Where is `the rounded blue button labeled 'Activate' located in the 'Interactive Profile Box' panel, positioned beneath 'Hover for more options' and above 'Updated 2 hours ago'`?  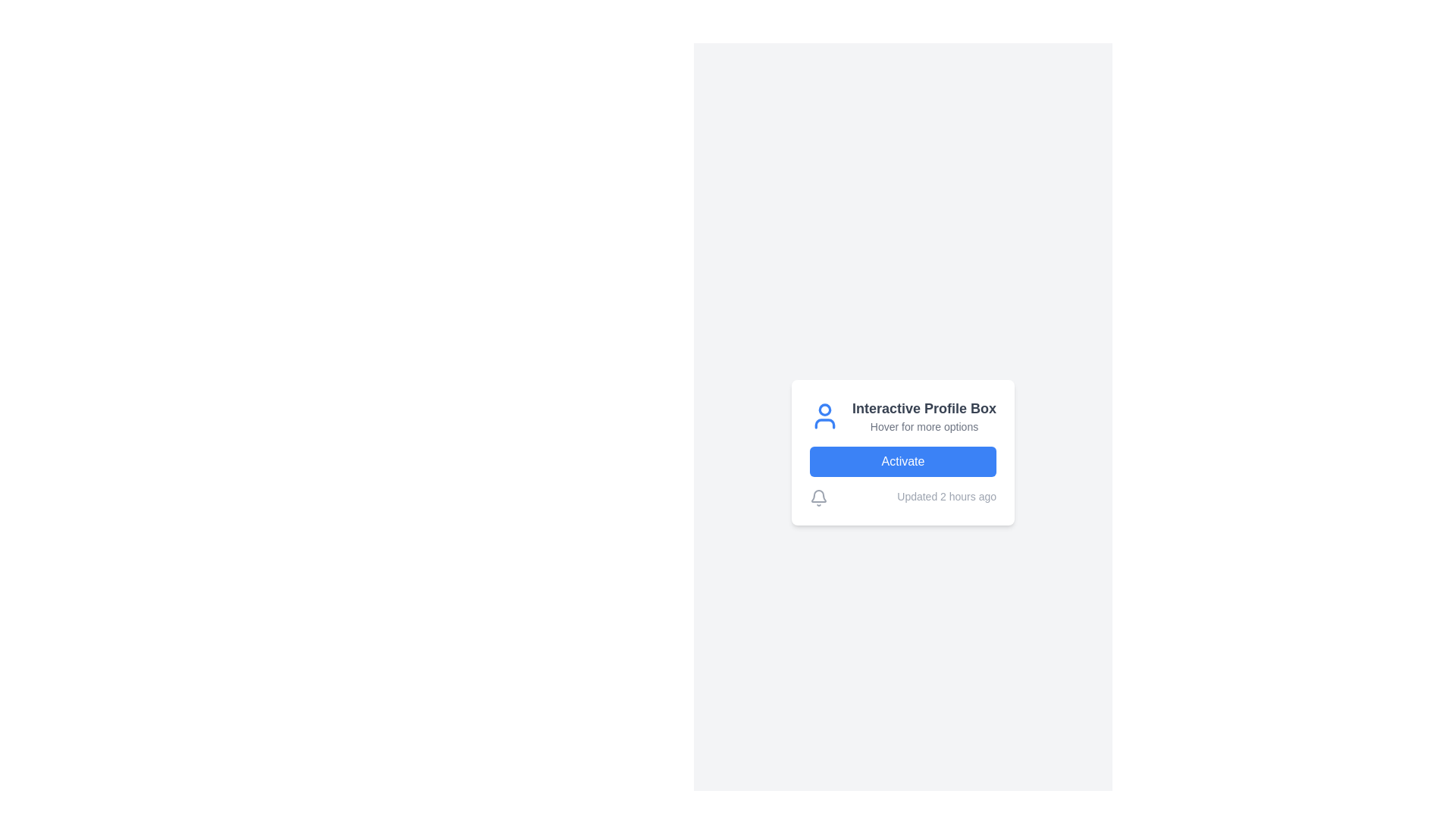 the rounded blue button labeled 'Activate' located in the 'Interactive Profile Box' panel, positioned beneath 'Hover for more options' and above 'Updated 2 hours ago' is located at coordinates (902, 461).